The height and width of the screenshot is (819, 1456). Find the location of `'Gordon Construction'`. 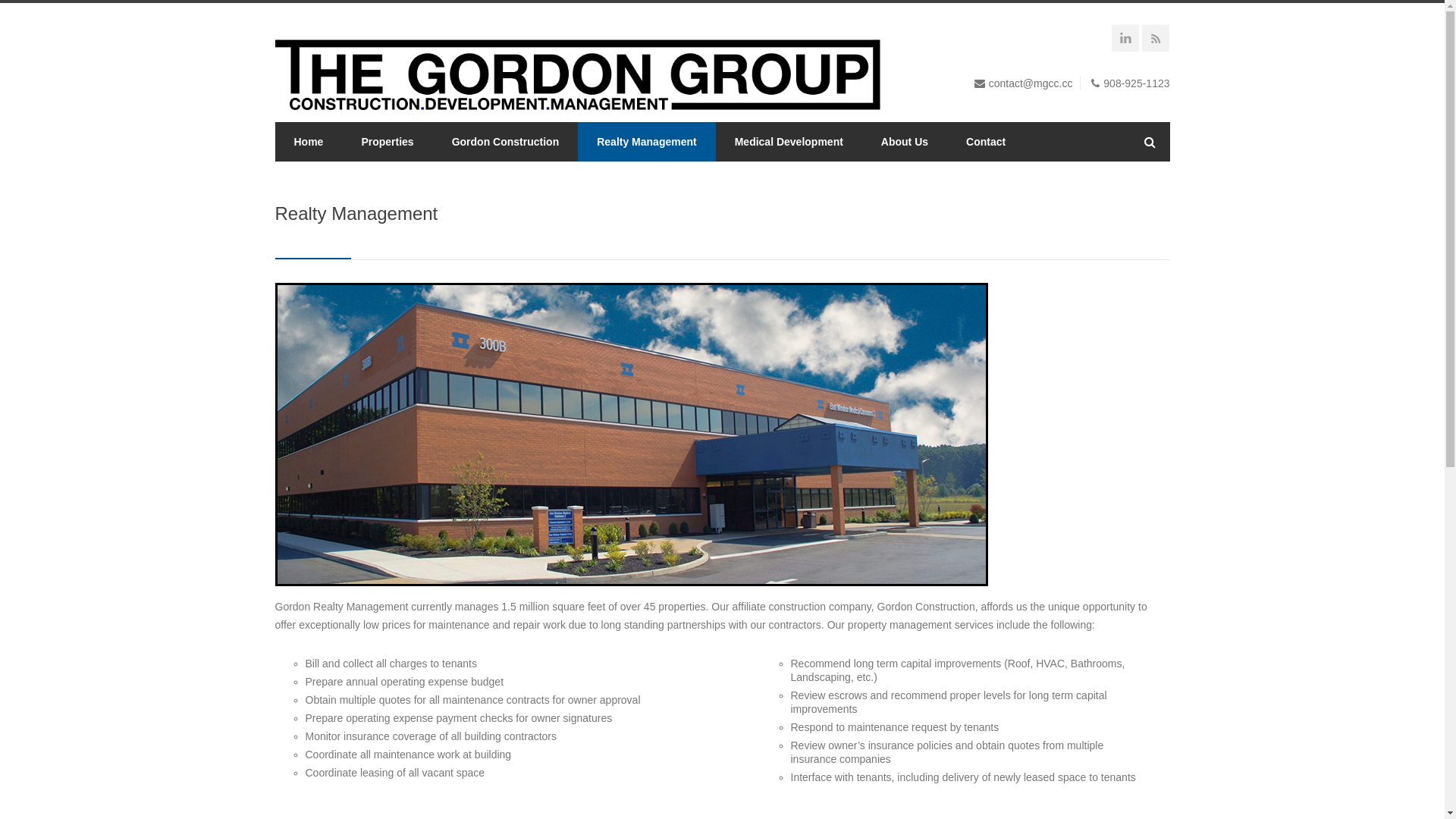

'Gordon Construction' is located at coordinates (432, 141).